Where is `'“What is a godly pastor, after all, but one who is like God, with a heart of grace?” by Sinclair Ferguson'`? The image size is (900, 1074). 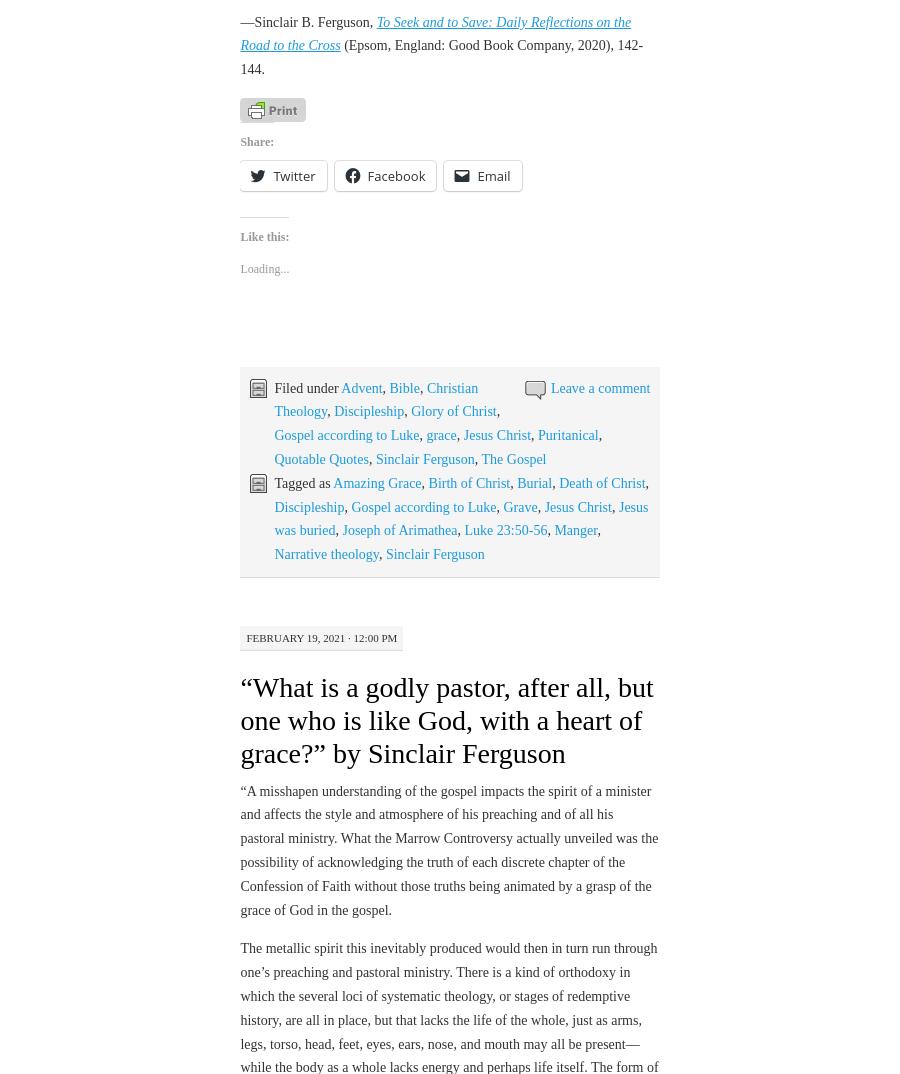
'“What is a godly pastor, after all, but one who is like God, with a heart of grace?” by Sinclair Ferguson' is located at coordinates (239, 663).